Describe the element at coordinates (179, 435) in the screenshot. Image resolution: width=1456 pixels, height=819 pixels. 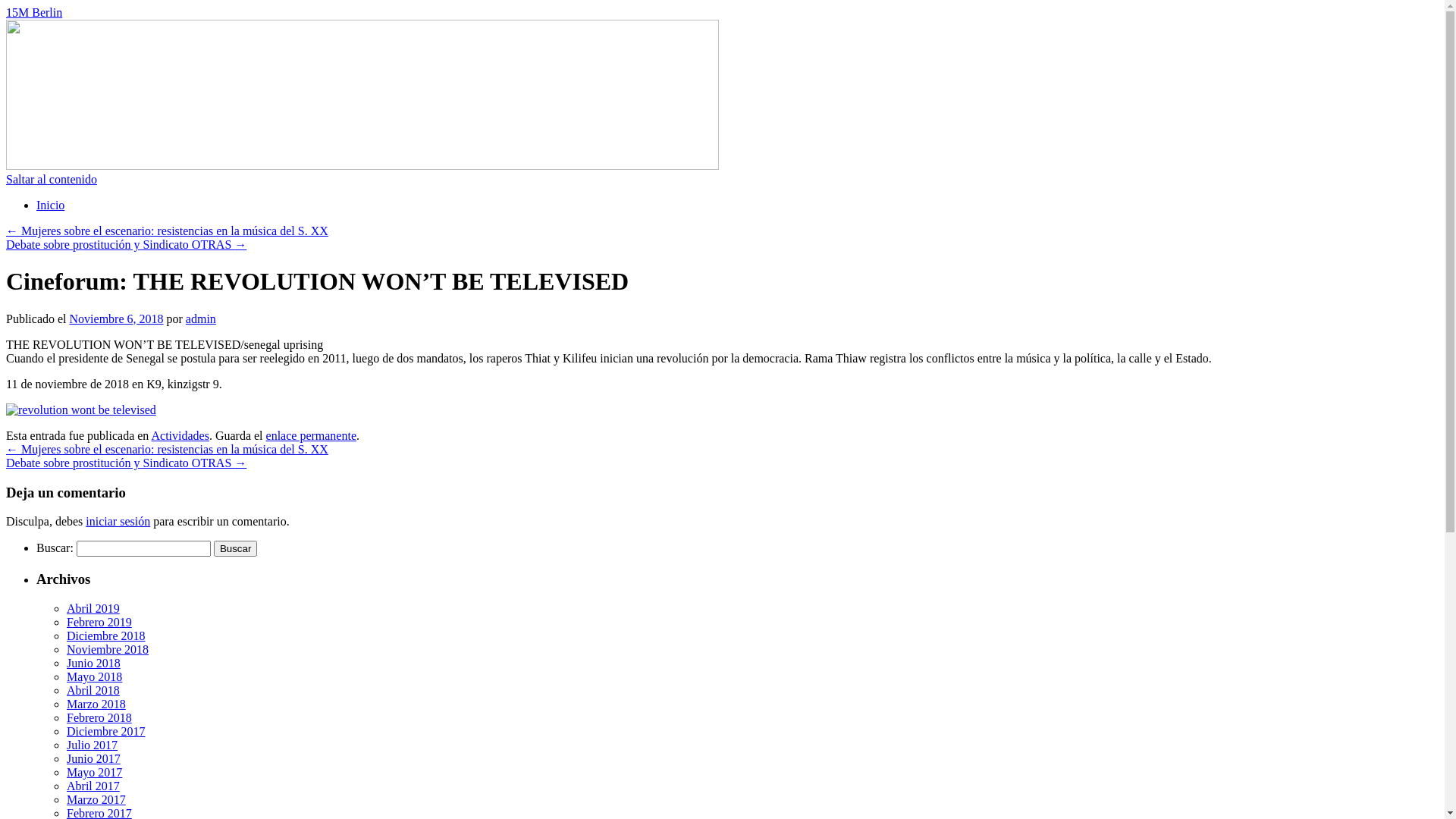
I see `'Actividades'` at that location.